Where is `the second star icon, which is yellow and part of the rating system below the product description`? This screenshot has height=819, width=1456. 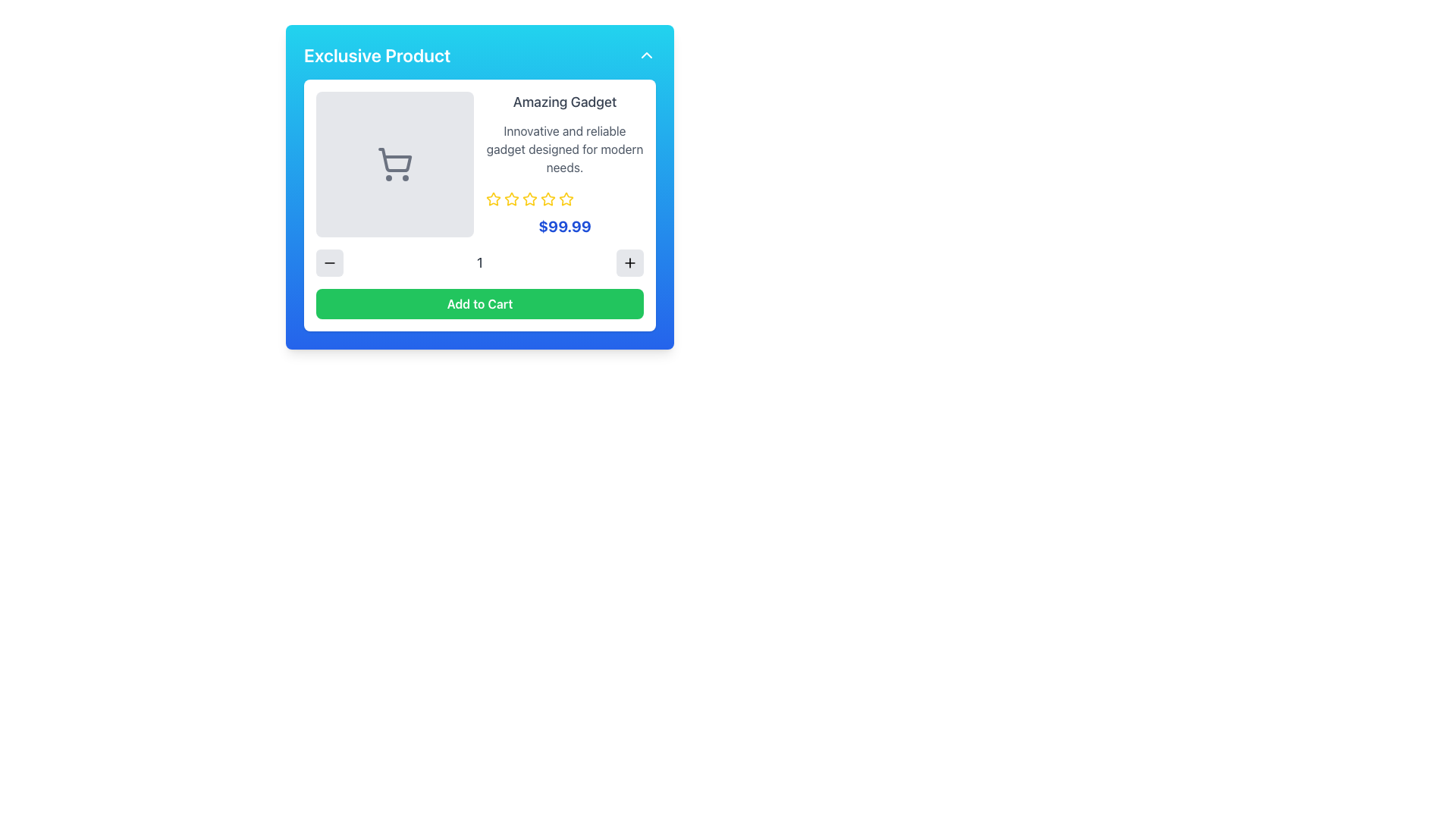 the second star icon, which is yellow and part of the rating system below the product description is located at coordinates (530, 198).